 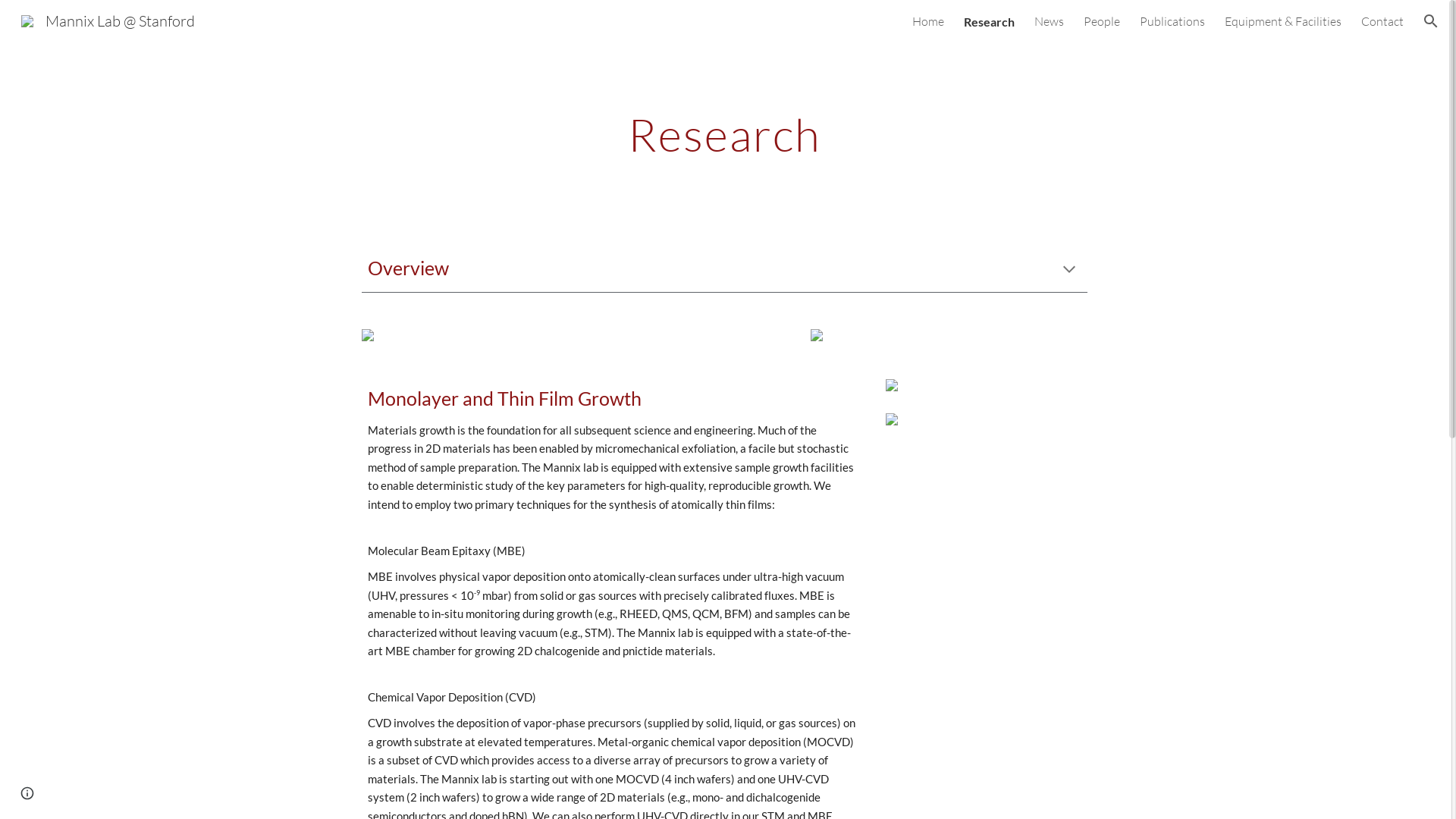 I want to click on 'News', so click(x=1048, y=20).